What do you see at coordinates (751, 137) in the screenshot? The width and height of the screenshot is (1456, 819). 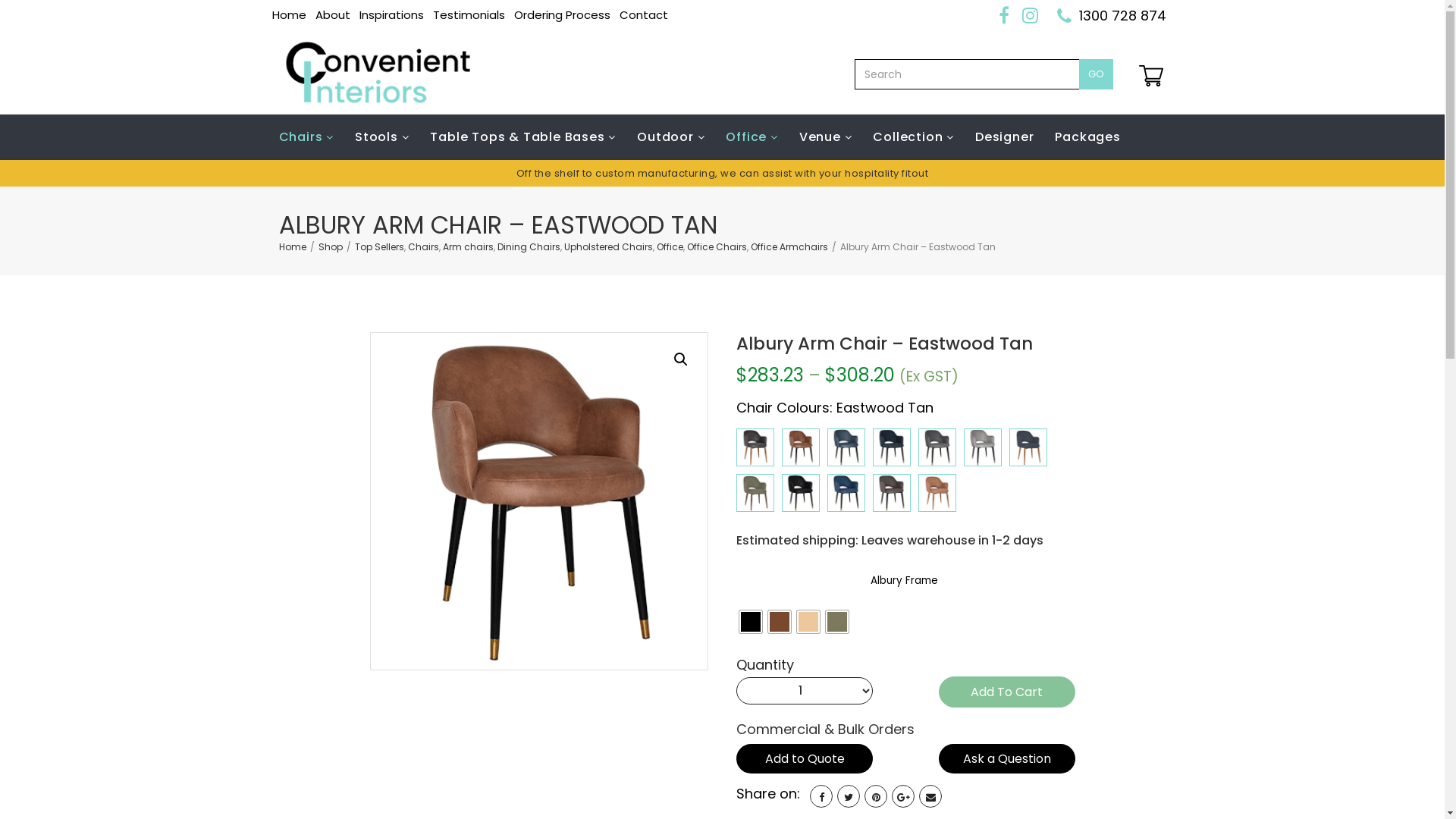 I see `'Office'` at bounding box center [751, 137].